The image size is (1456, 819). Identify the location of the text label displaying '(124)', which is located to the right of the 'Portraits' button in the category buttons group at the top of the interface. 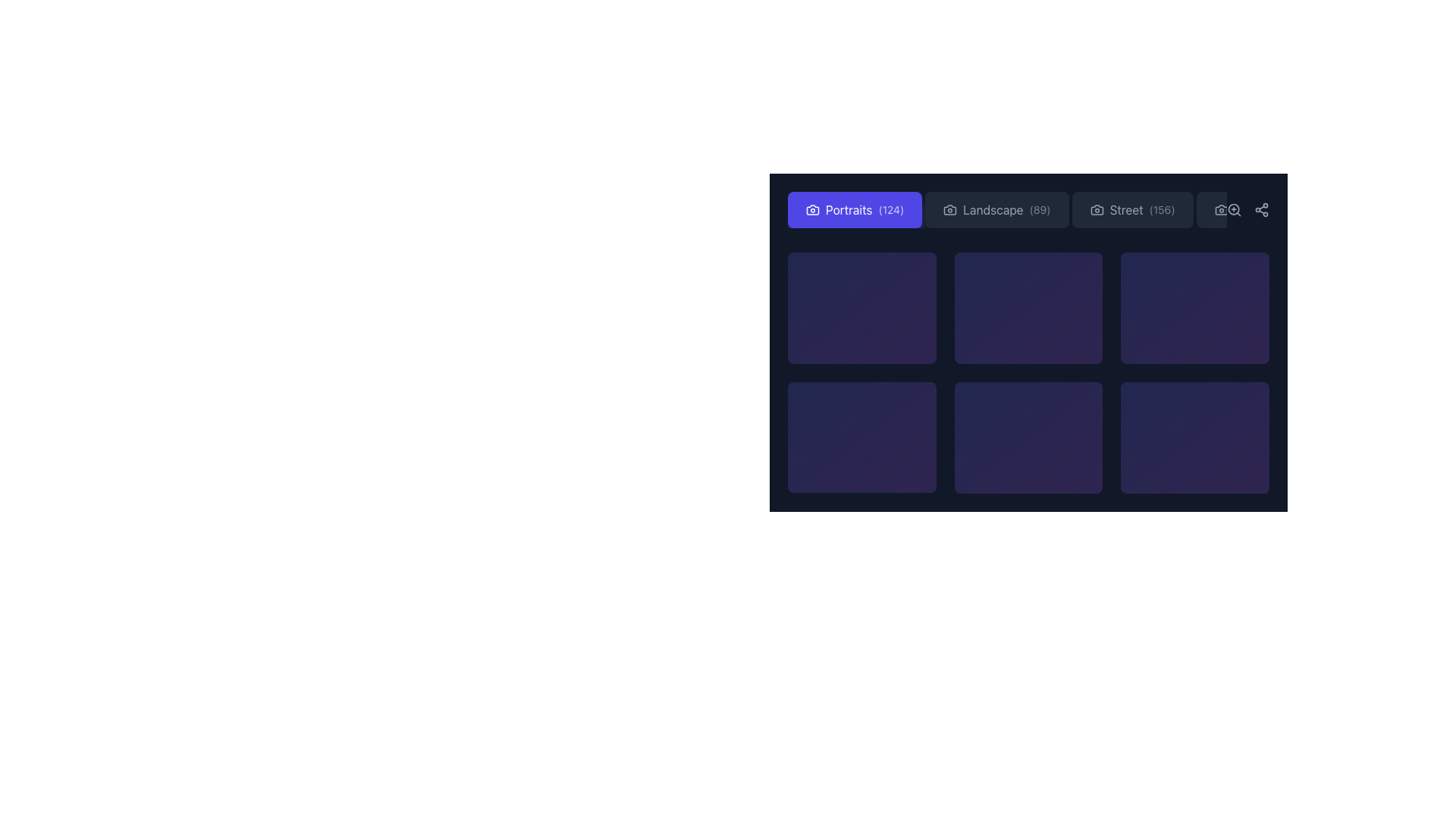
(891, 210).